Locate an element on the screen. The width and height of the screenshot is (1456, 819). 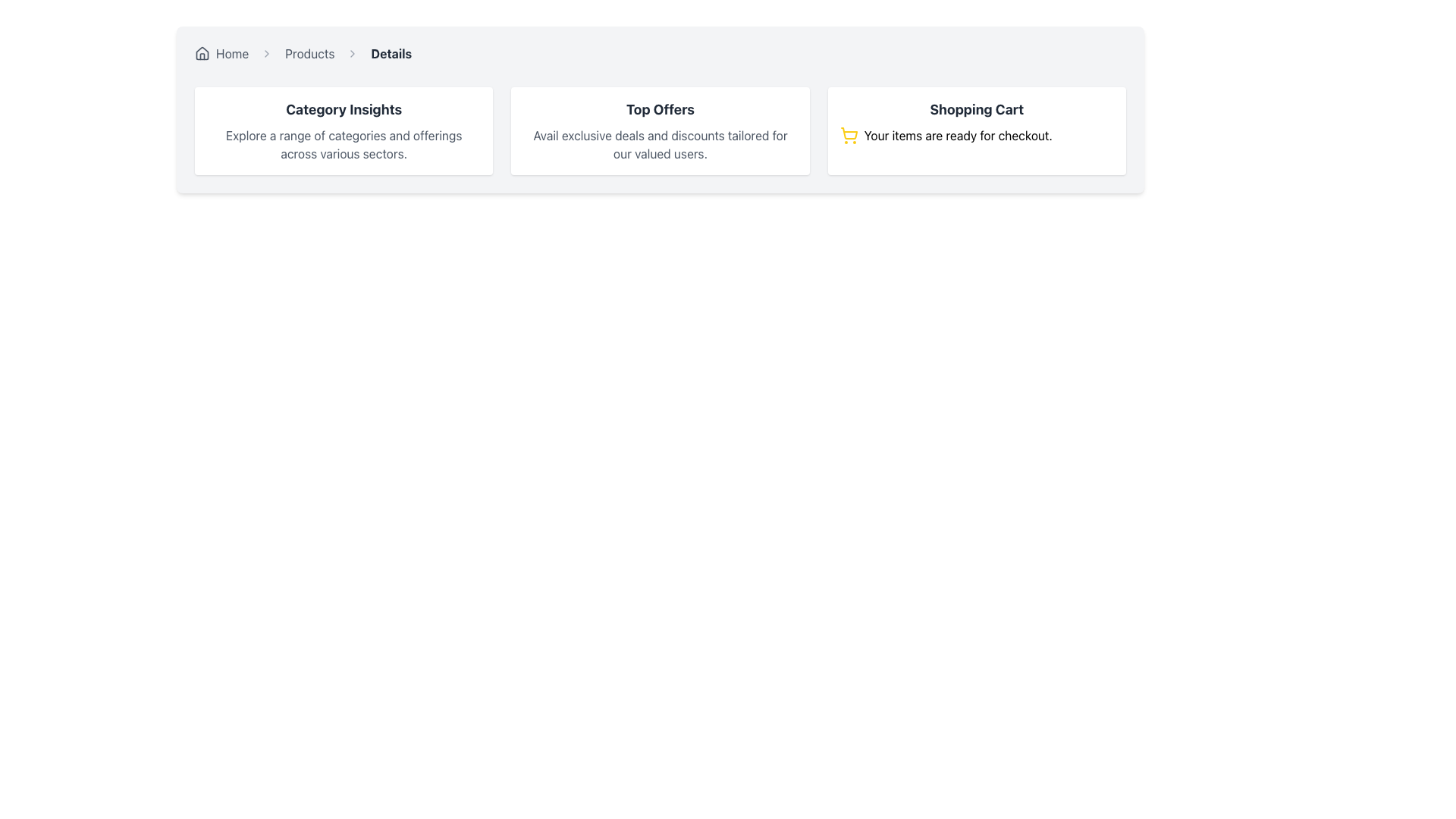
the 'Products' interactive text link in the navigation bar to change its text color is located at coordinates (309, 52).